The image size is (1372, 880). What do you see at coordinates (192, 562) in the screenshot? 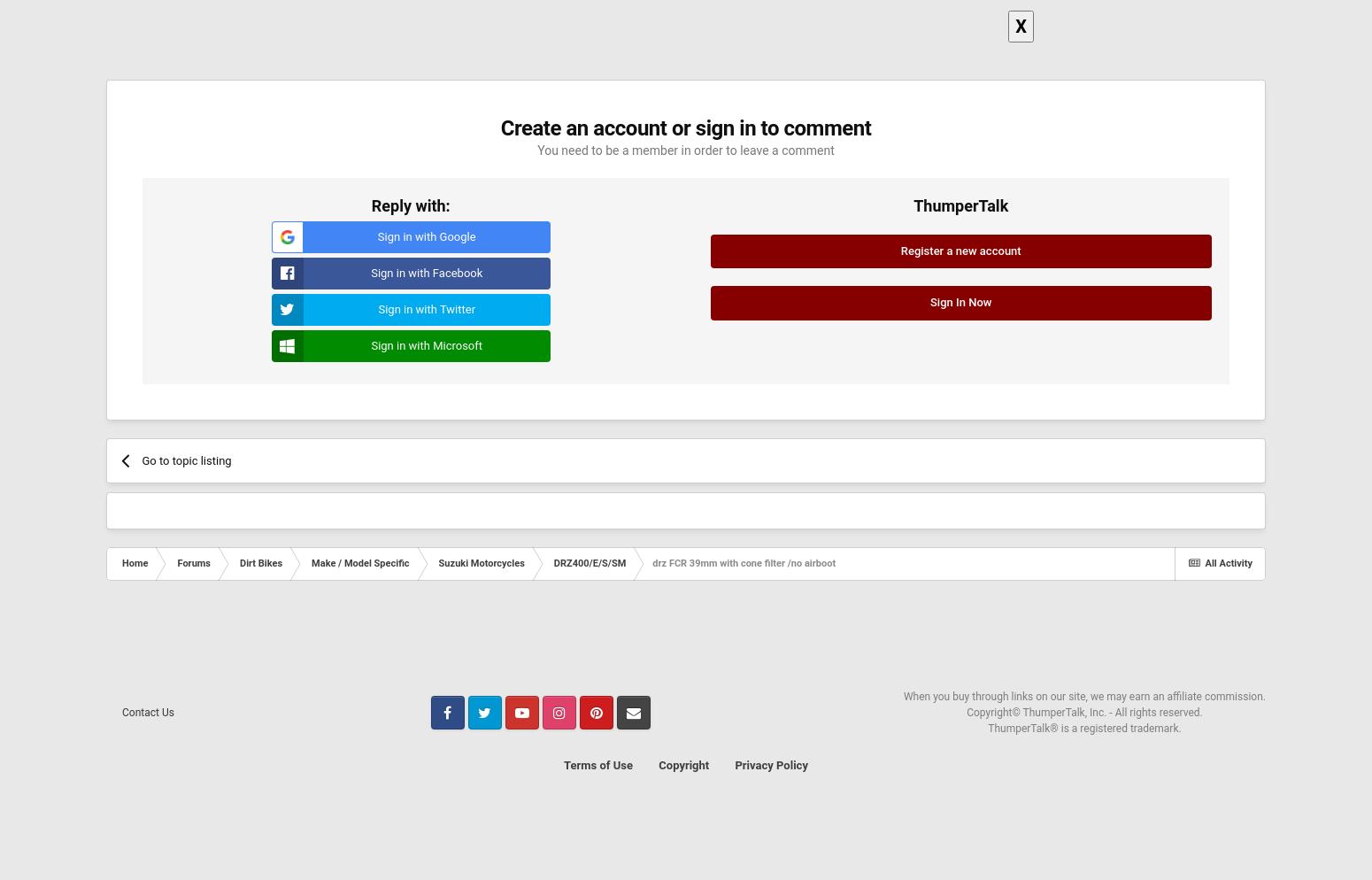
I see `'Forums'` at bounding box center [192, 562].